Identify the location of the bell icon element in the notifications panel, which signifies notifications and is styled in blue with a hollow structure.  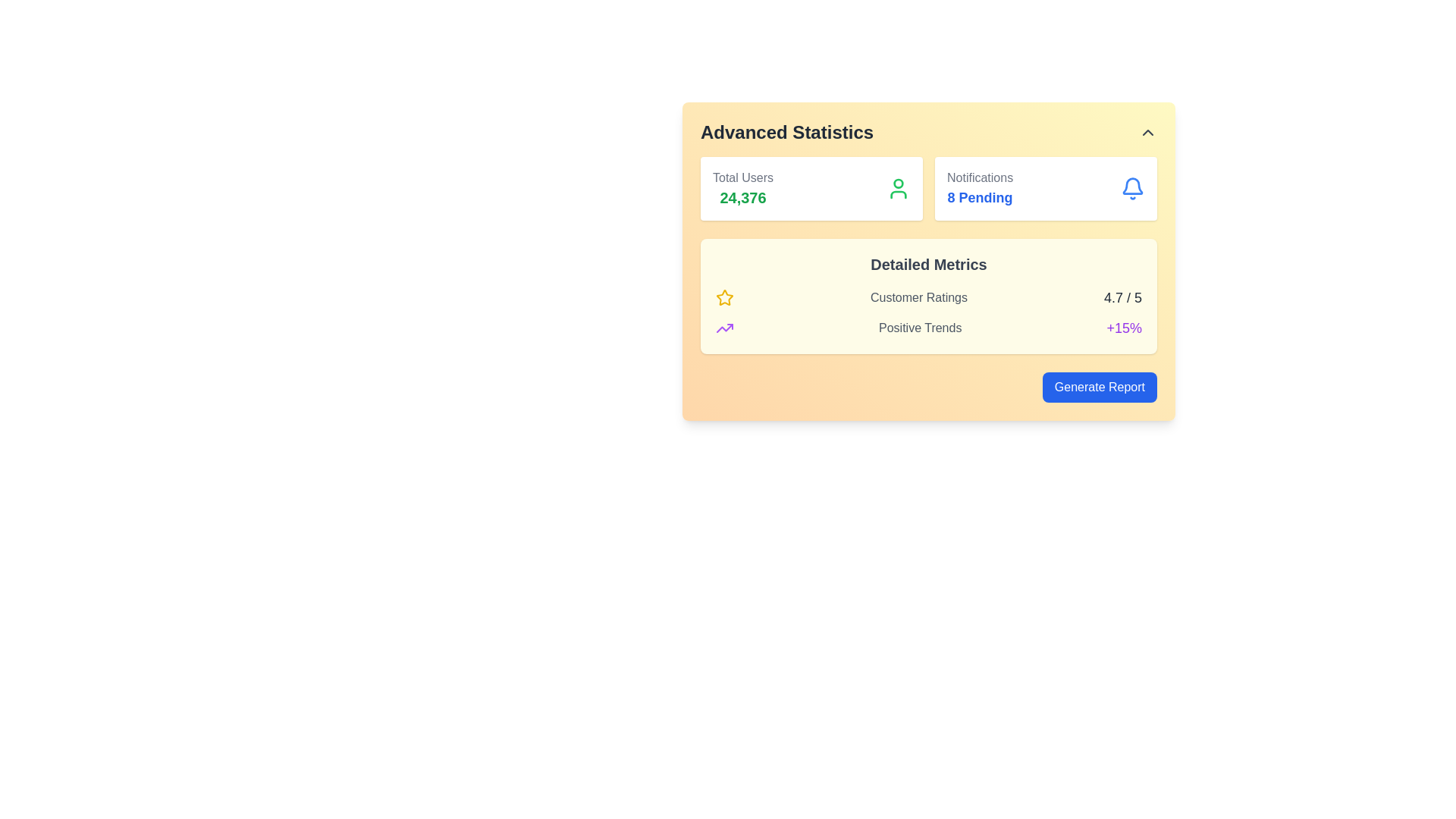
(1132, 188).